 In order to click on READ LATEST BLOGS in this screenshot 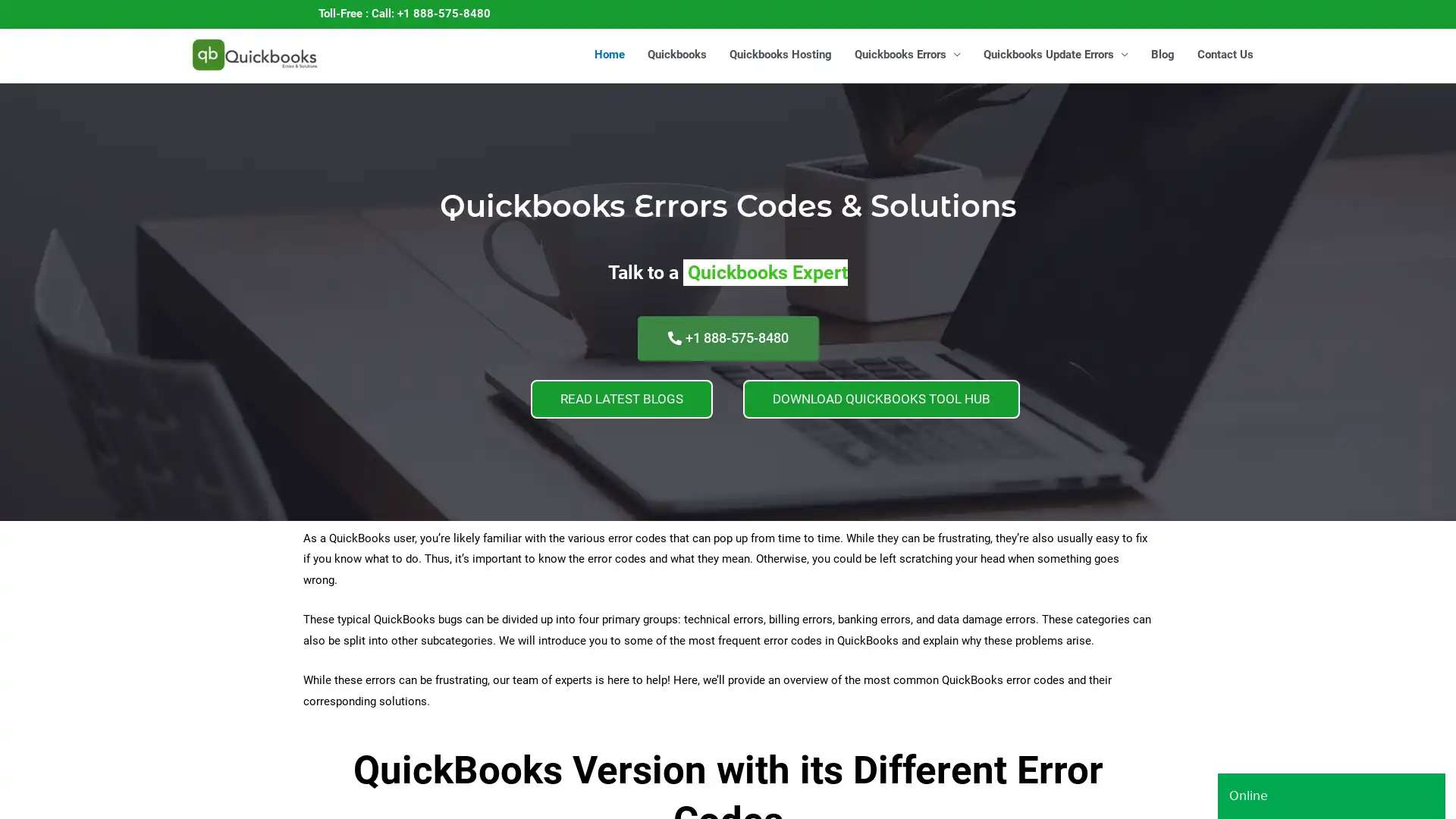, I will do `click(622, 397)`.